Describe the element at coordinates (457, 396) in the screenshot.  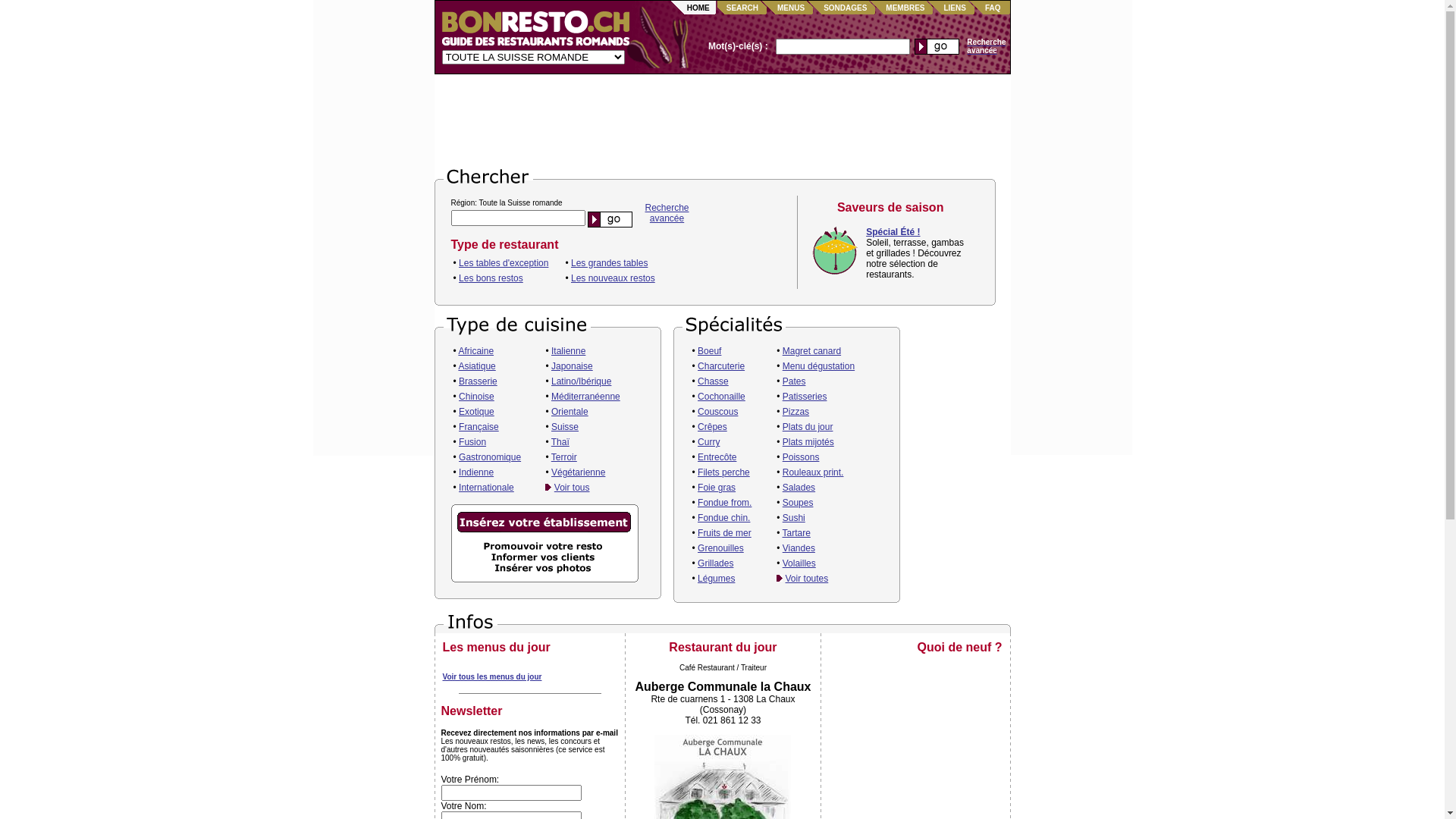
I see `'Chinoise'` at that location.